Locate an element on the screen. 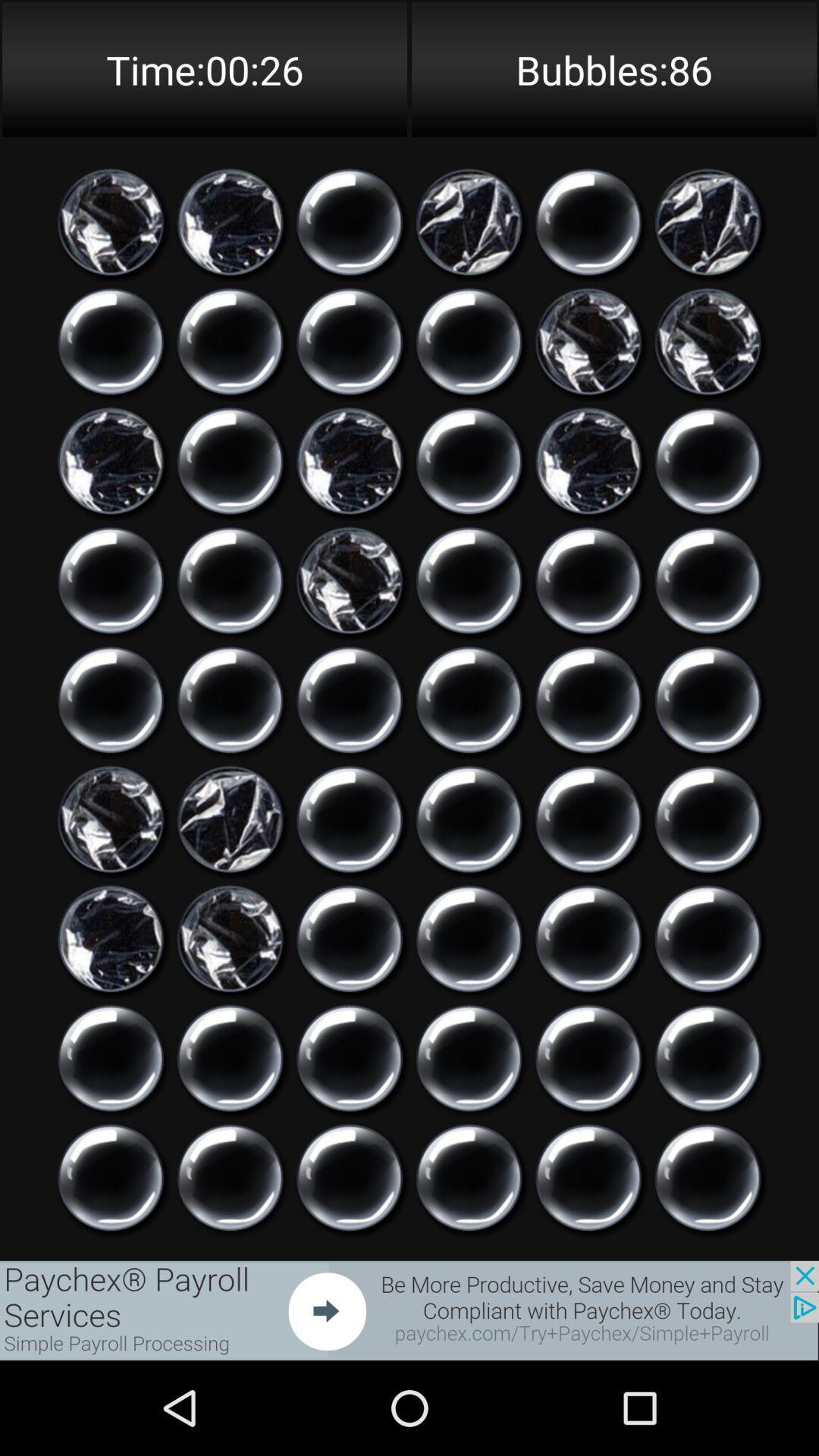 The width and height of the screenshot is (819, 1456). click on icon is located at coordinates (468, 221).